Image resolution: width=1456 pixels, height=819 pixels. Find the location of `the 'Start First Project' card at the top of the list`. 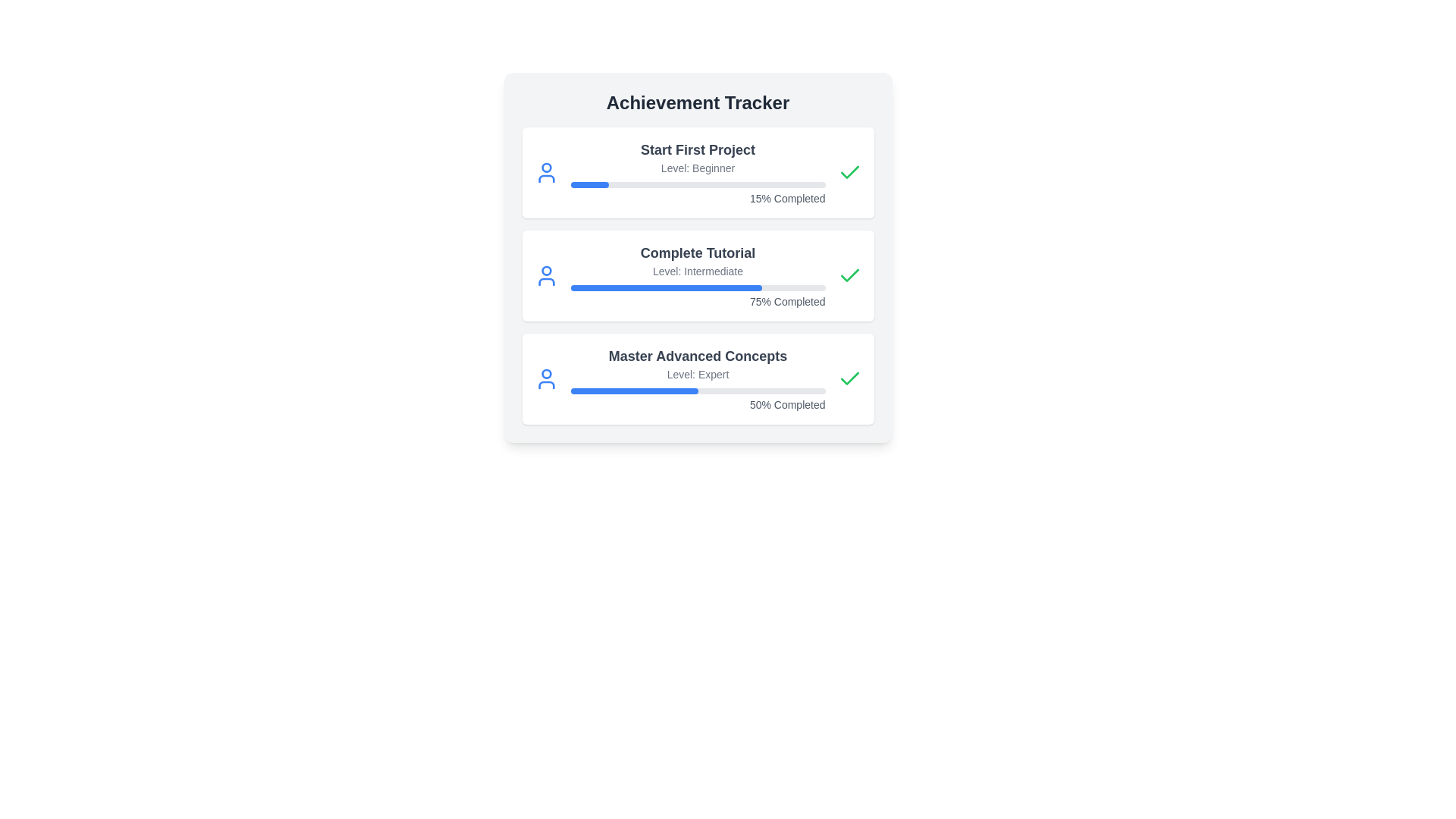

the 'Start First Project' card at the top of the list is located at coordinates (697, 171).